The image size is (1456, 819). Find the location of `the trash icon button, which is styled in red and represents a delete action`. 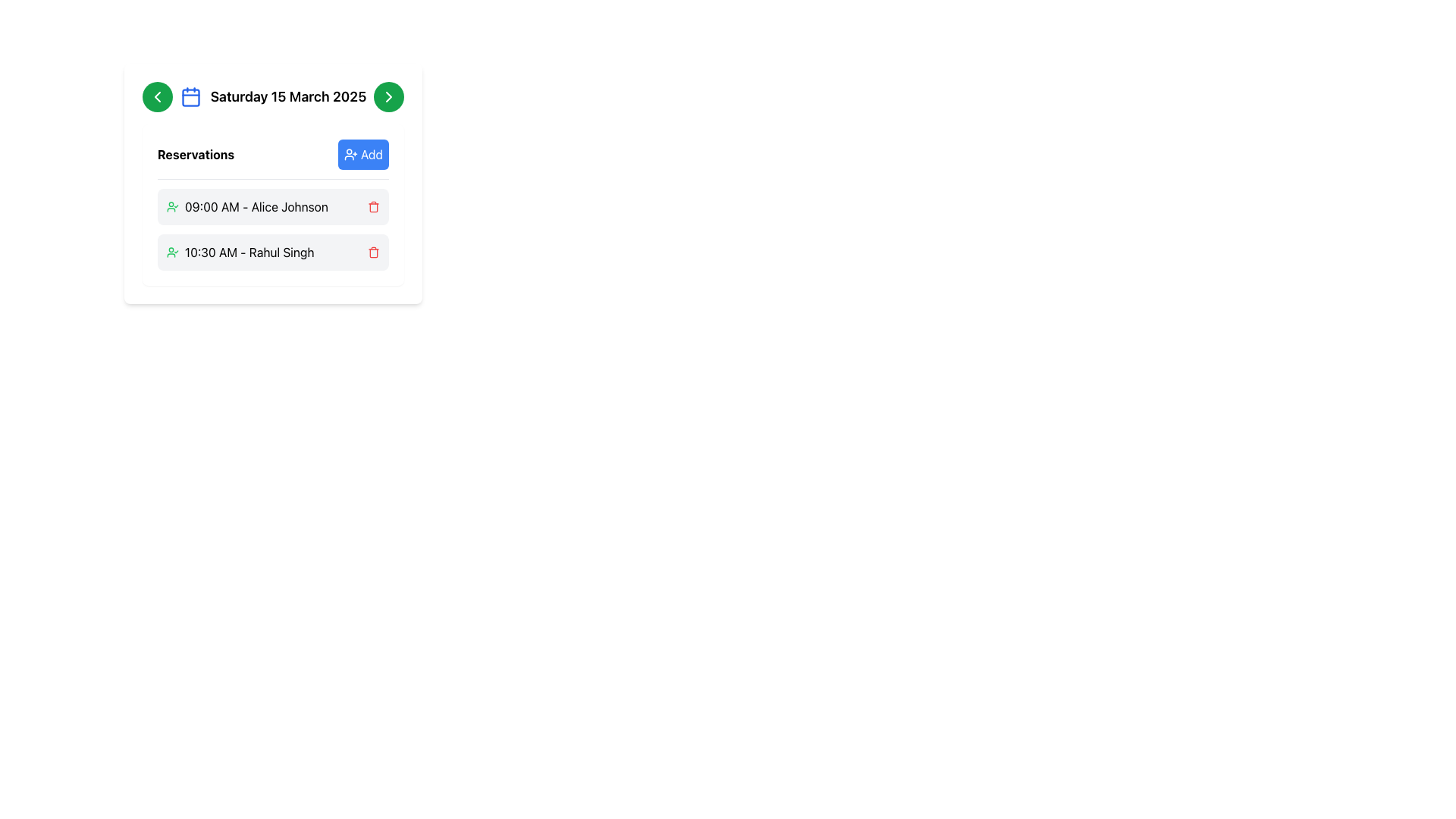

the trash icon button, which is styled in red and represents a delete action is located at coordinates (374, 251).